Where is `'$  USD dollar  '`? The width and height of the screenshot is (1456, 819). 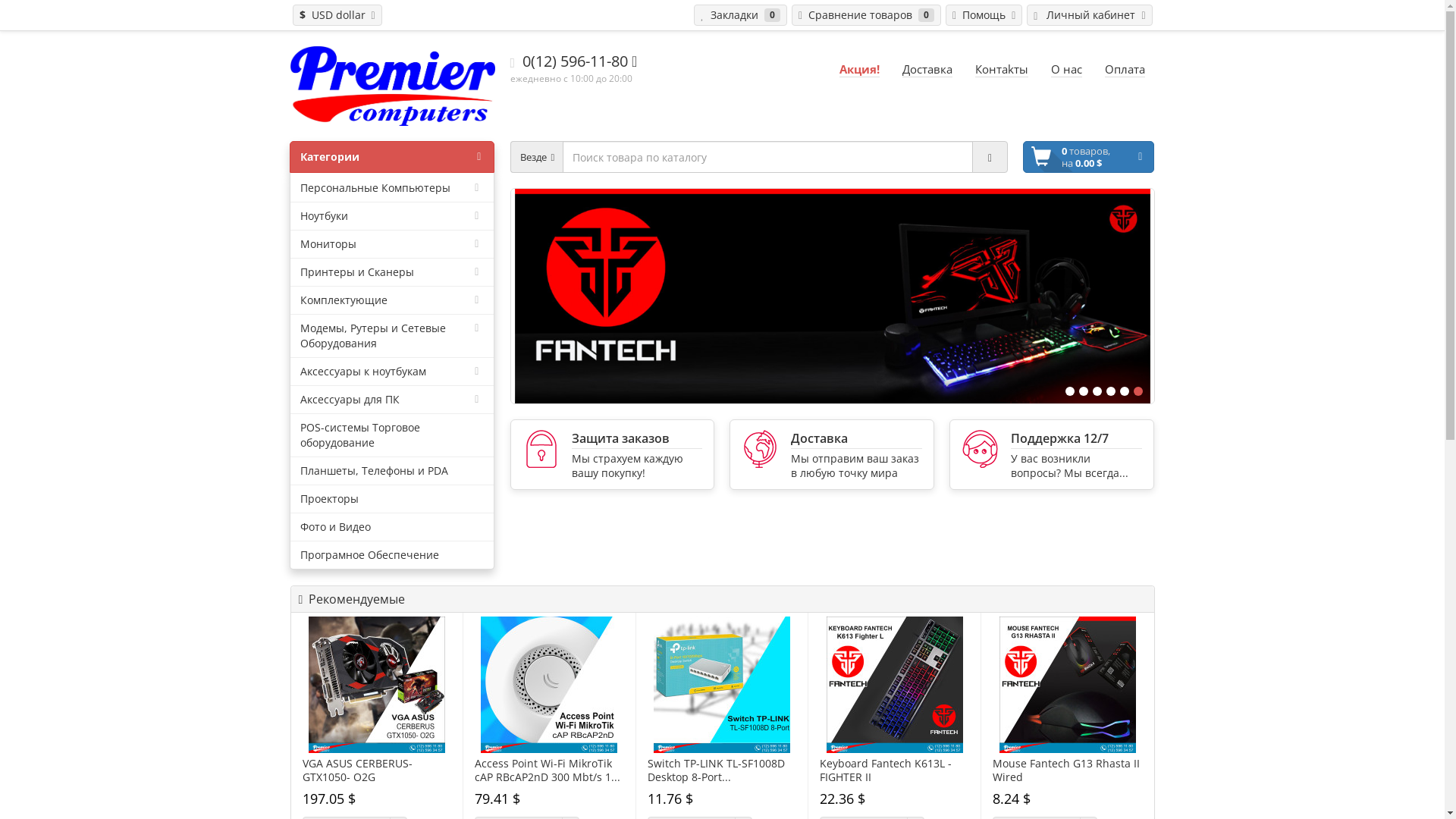 '$  USD dollar  ' is located at coordinates (337, 14).